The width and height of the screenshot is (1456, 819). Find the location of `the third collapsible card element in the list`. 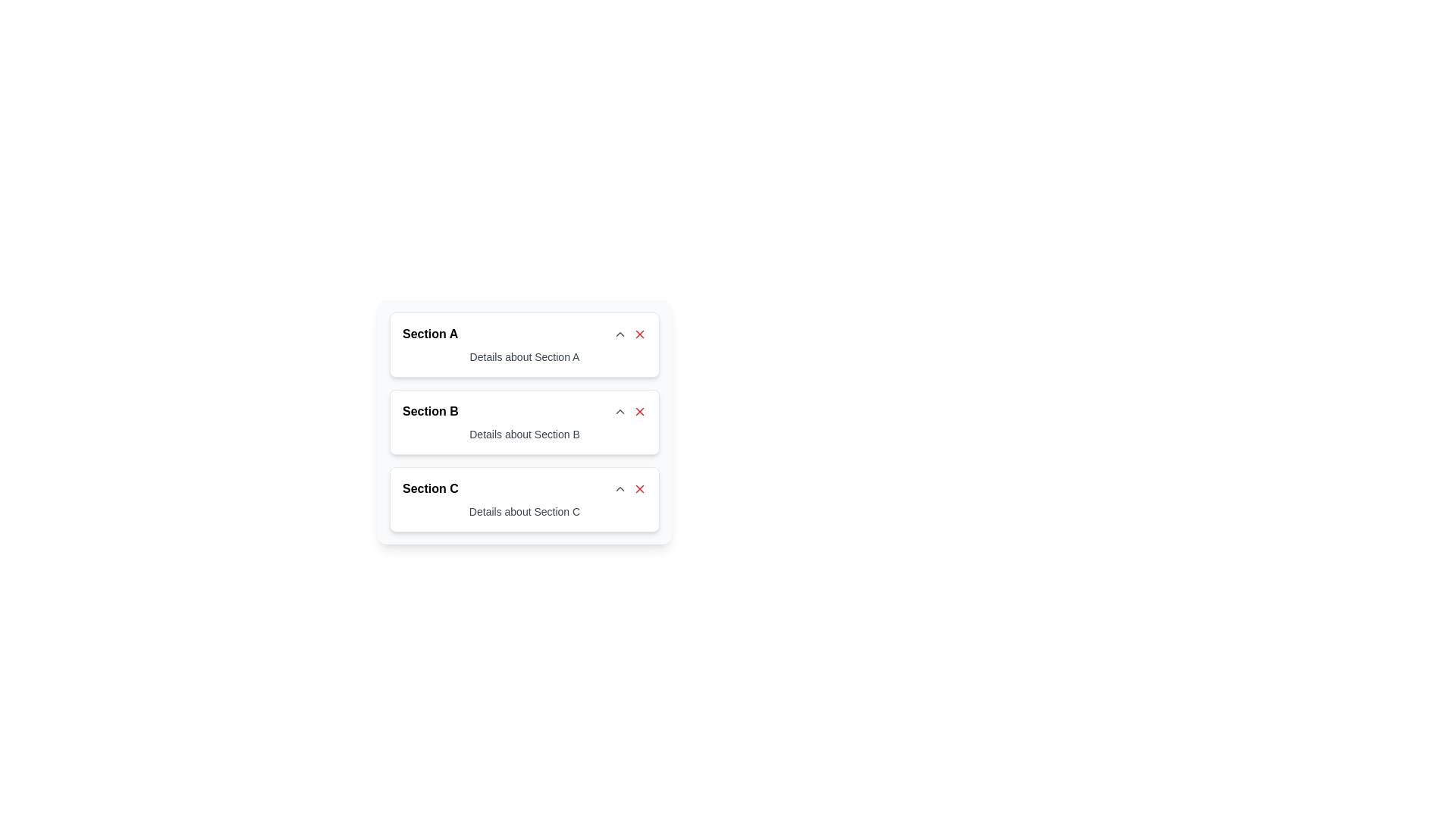

the third collapsible card element in the list is located at coordinates (524, 500).